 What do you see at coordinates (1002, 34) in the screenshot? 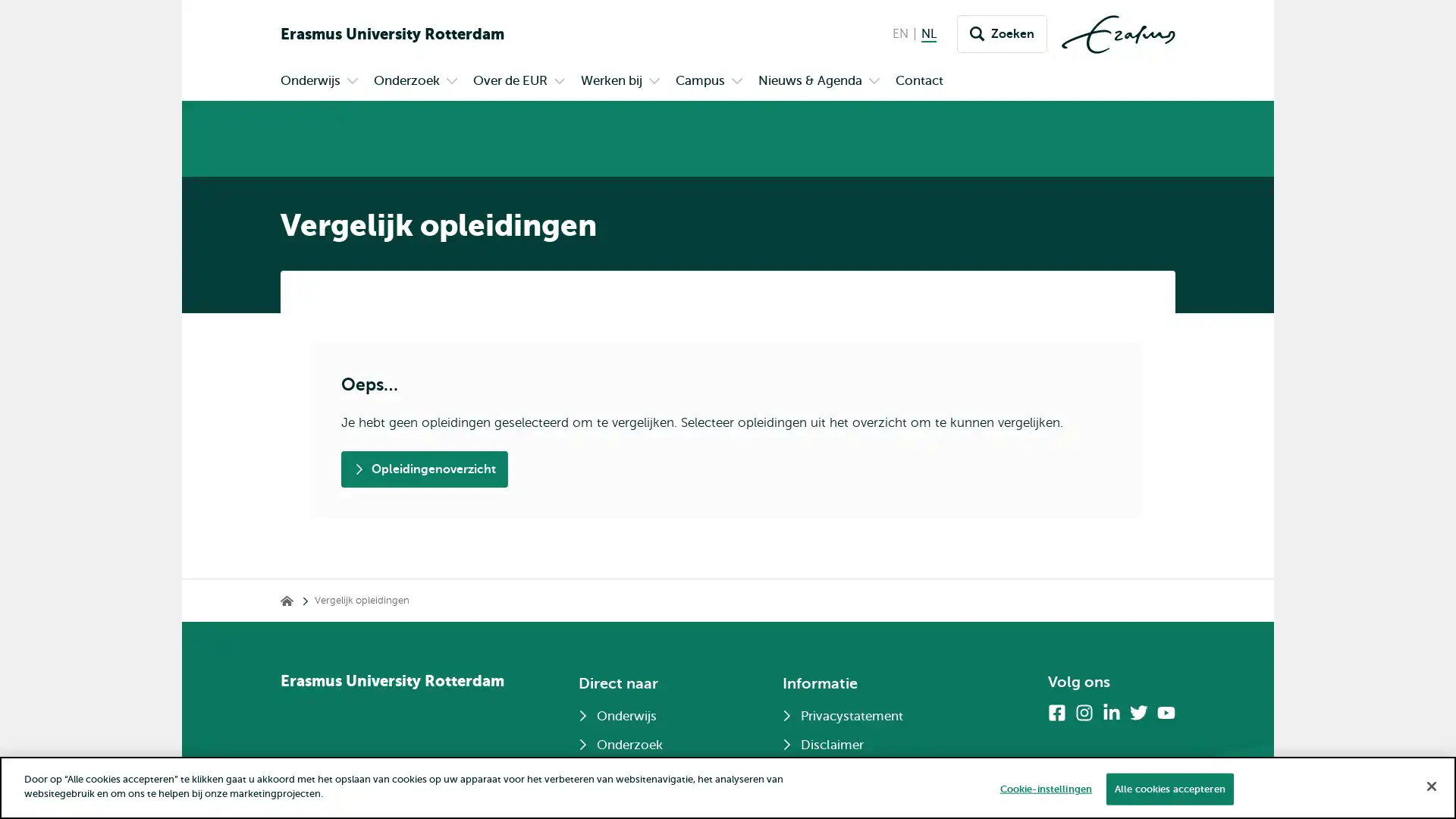
I see `Zoeken` at bounding box center [1002, 34].